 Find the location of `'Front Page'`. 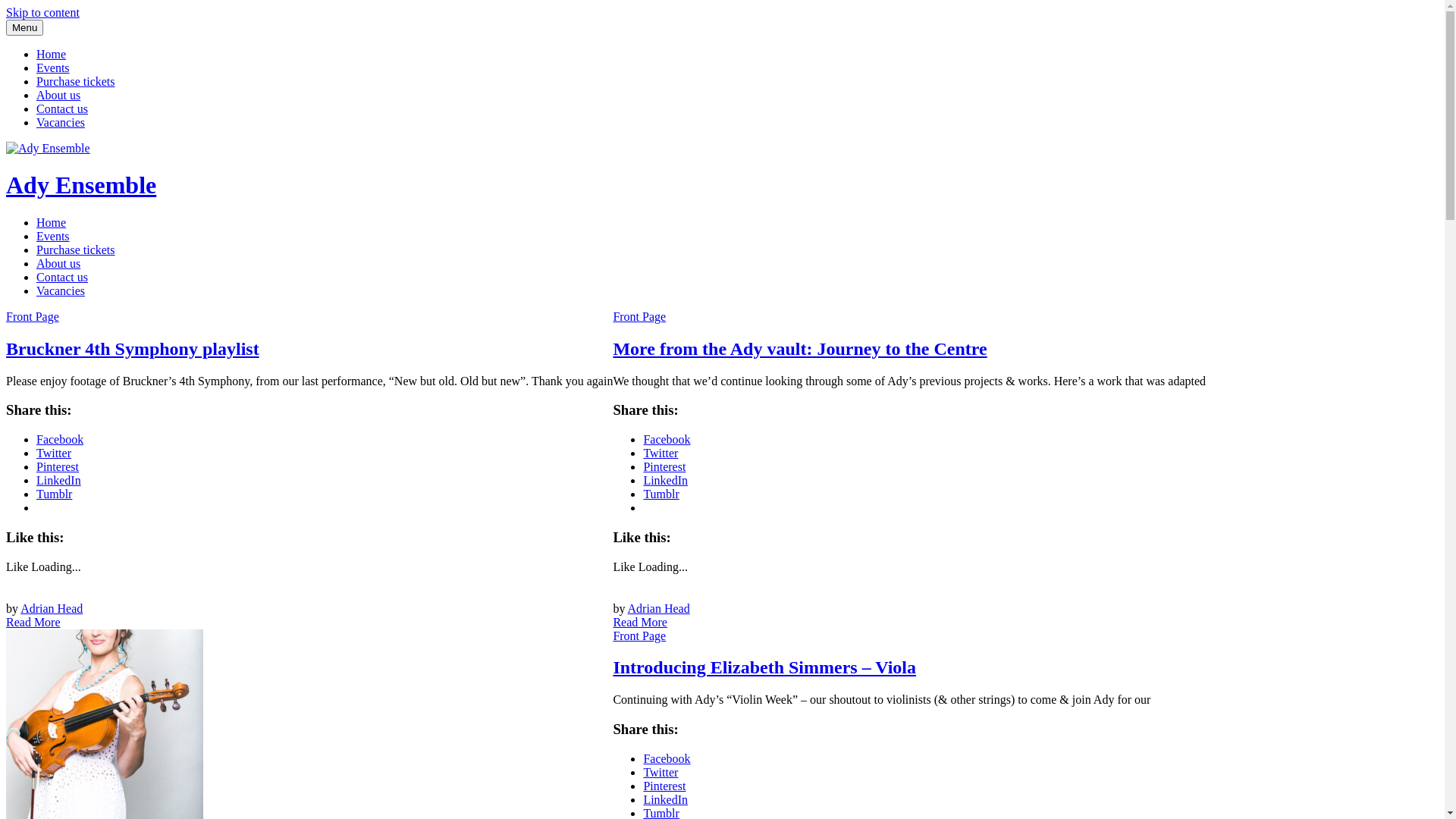

'Front Page' is located at coordinates (33, 315).